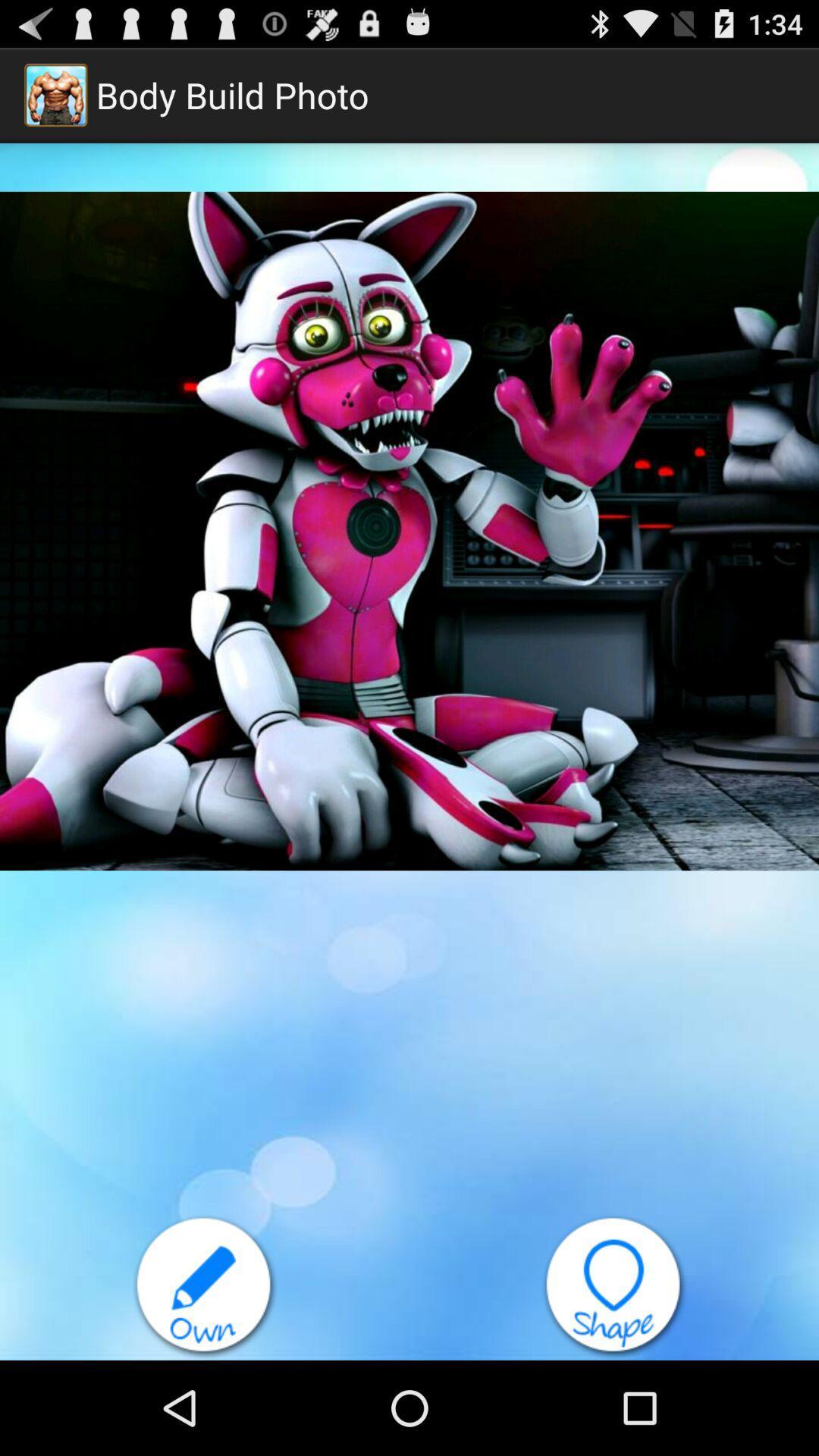 The width and height of the screenshot is (819, 1456). I want to click on make your own style, so click(205, 1286).